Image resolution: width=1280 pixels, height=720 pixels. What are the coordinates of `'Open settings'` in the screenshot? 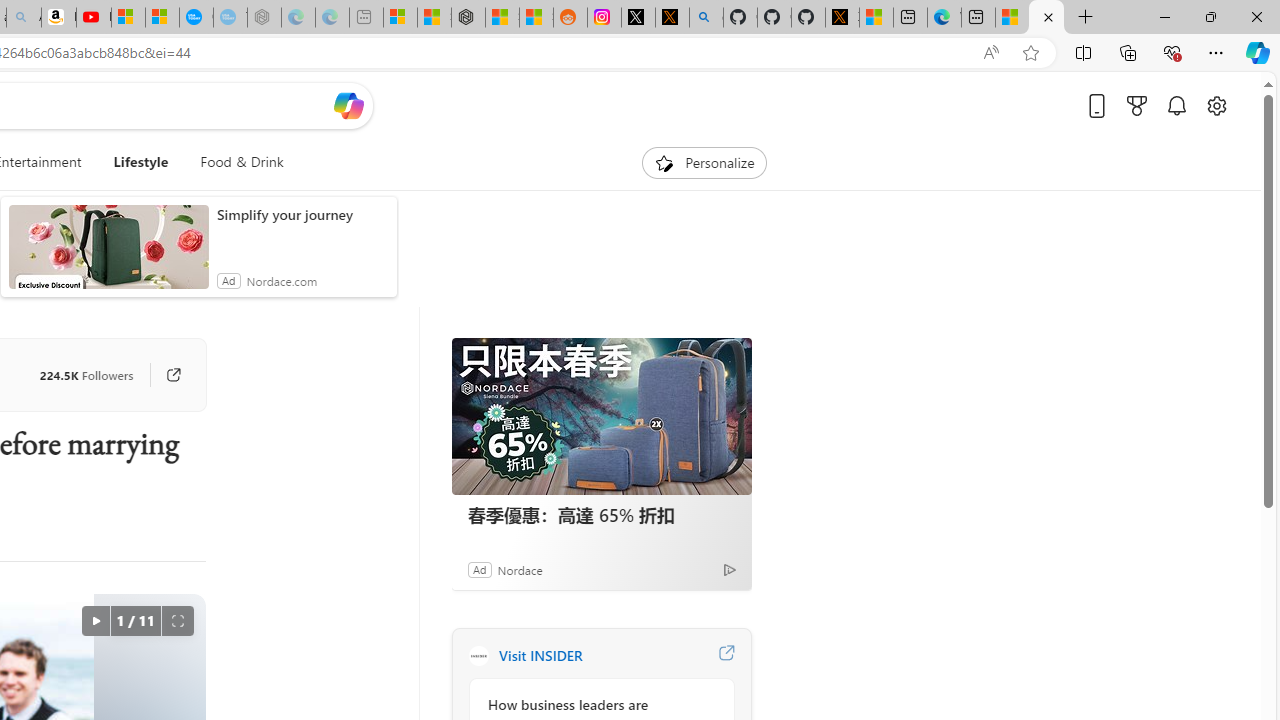 It's located at (1215, 105).